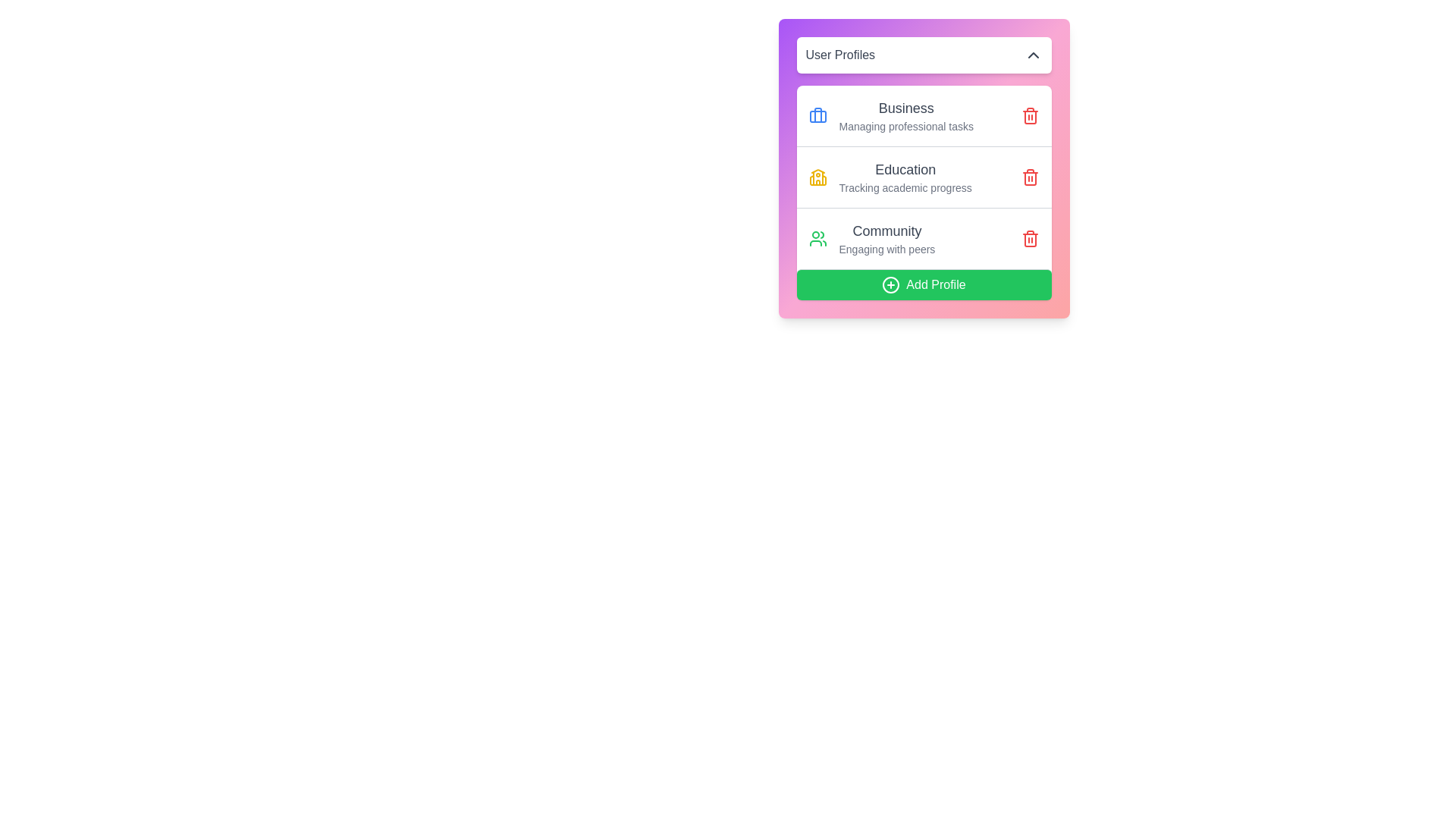 The height and width of the screenshot is (819, 1456). I want to click on text label 'Business' located at the top of the section above the description 'Managing professional tasks', so click(906, 107).